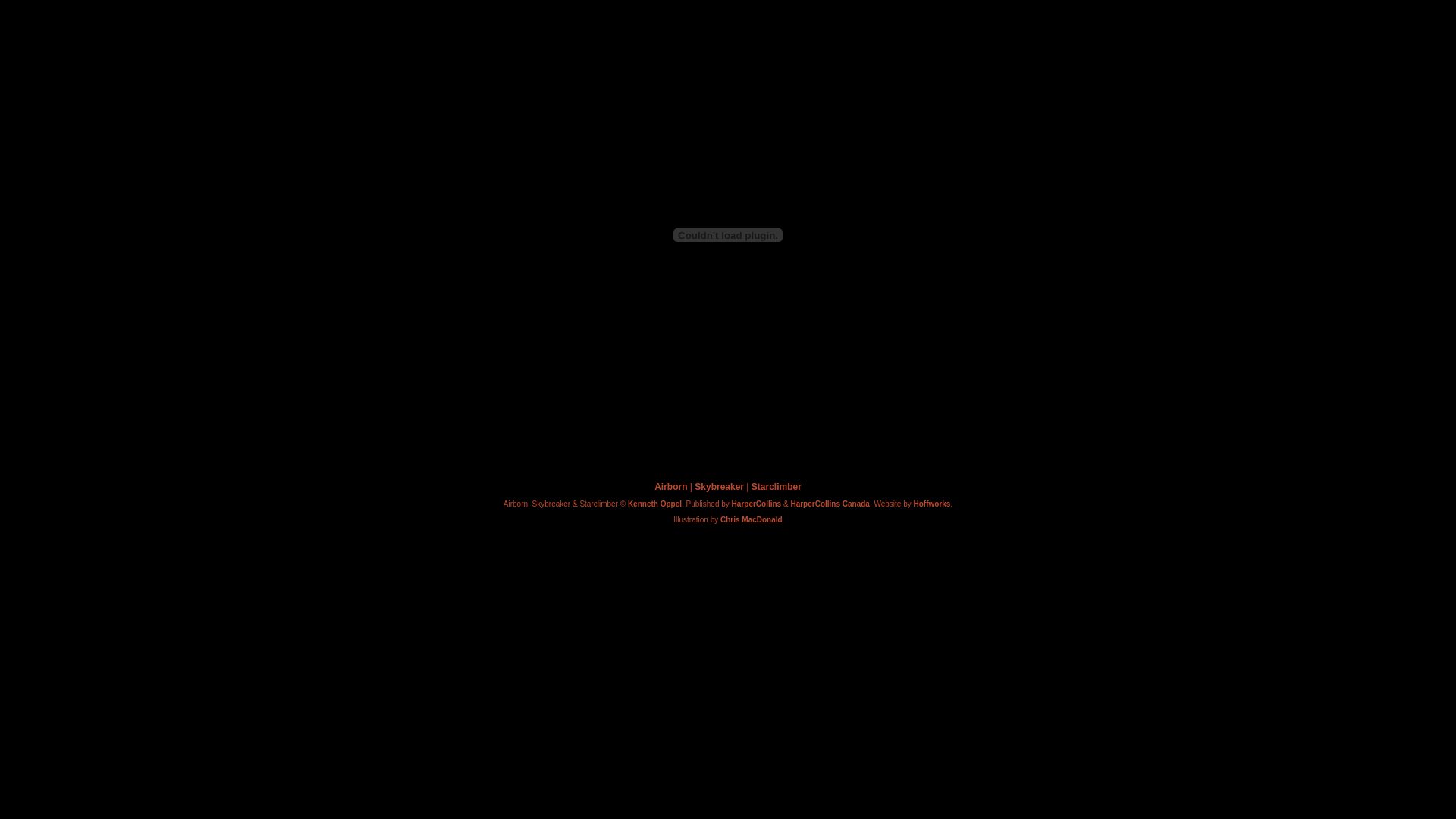 The image size is (1456, 819). Describe the element at coordinates (720, 519) in the screenshot. I see `'Chris MacDonald'` at that location.